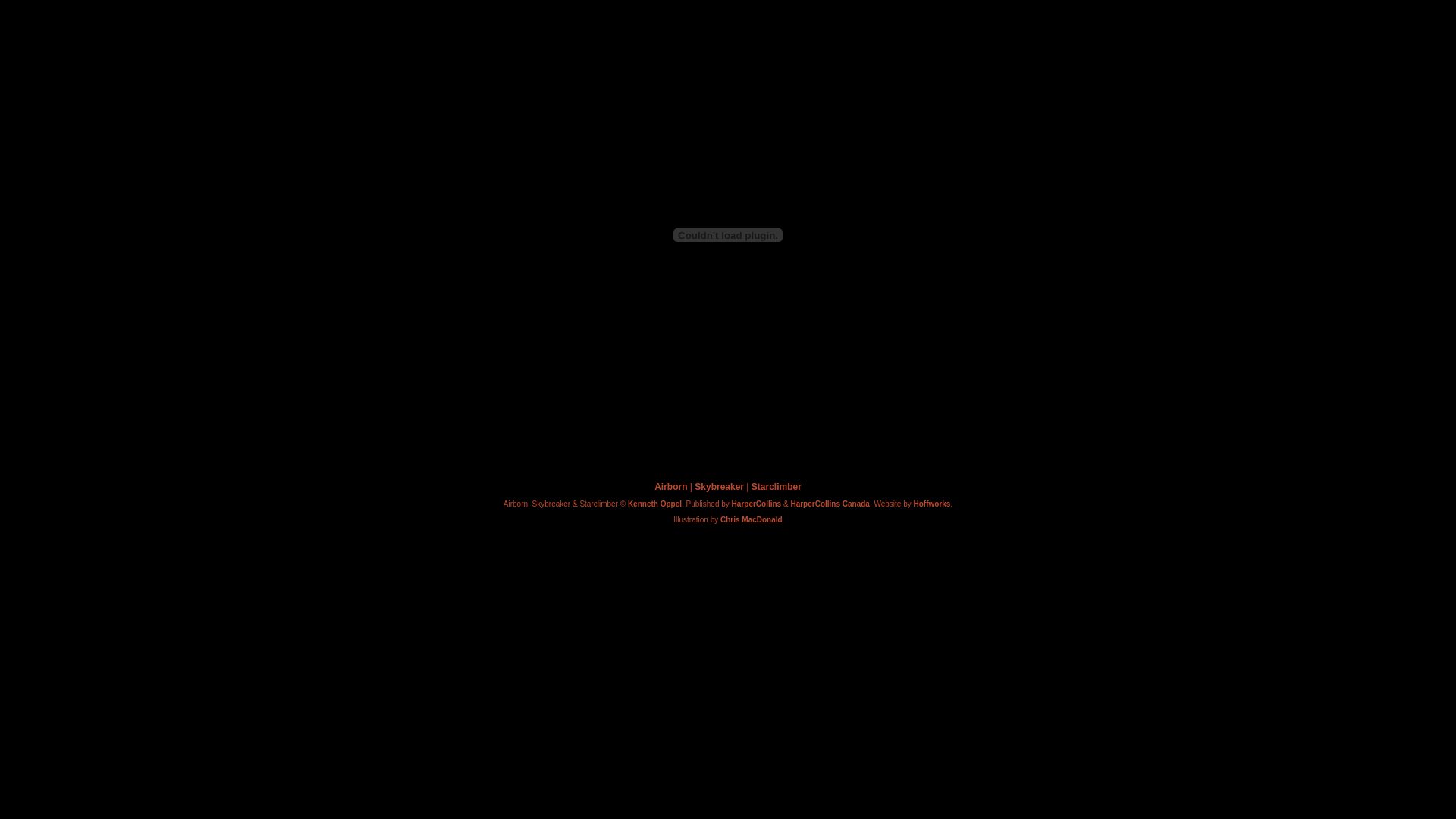 The image size is (1456, 819). Describe the element at coordinates (720, 519) in the screenshot. I see `'Chris MacDonald'` at that location.